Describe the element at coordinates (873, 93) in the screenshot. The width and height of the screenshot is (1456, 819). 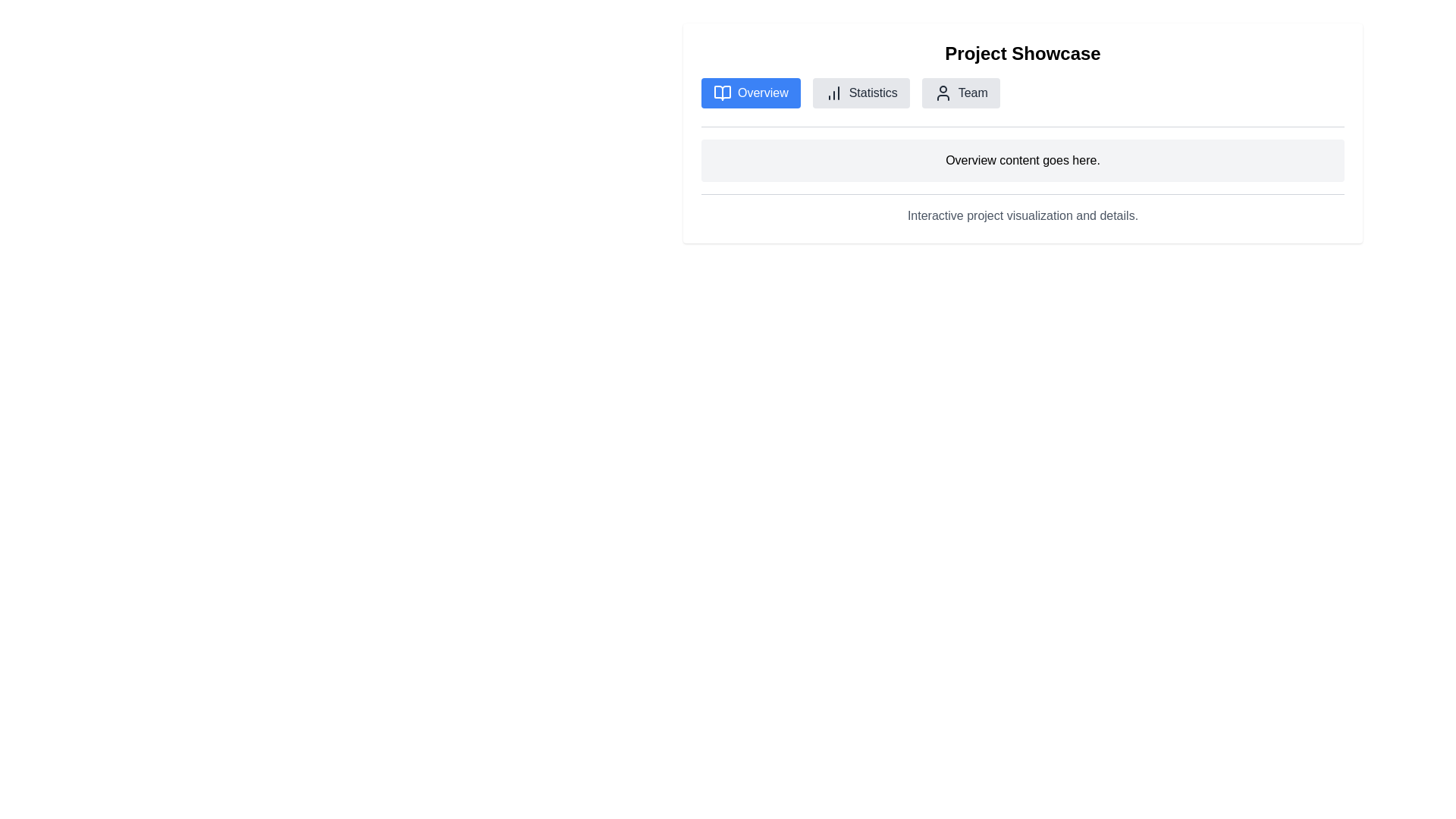
I see `the 'Statistics' text label in the horizontal navigation menu, which is located between the 'Overview' and 'Team' sections` at that location.